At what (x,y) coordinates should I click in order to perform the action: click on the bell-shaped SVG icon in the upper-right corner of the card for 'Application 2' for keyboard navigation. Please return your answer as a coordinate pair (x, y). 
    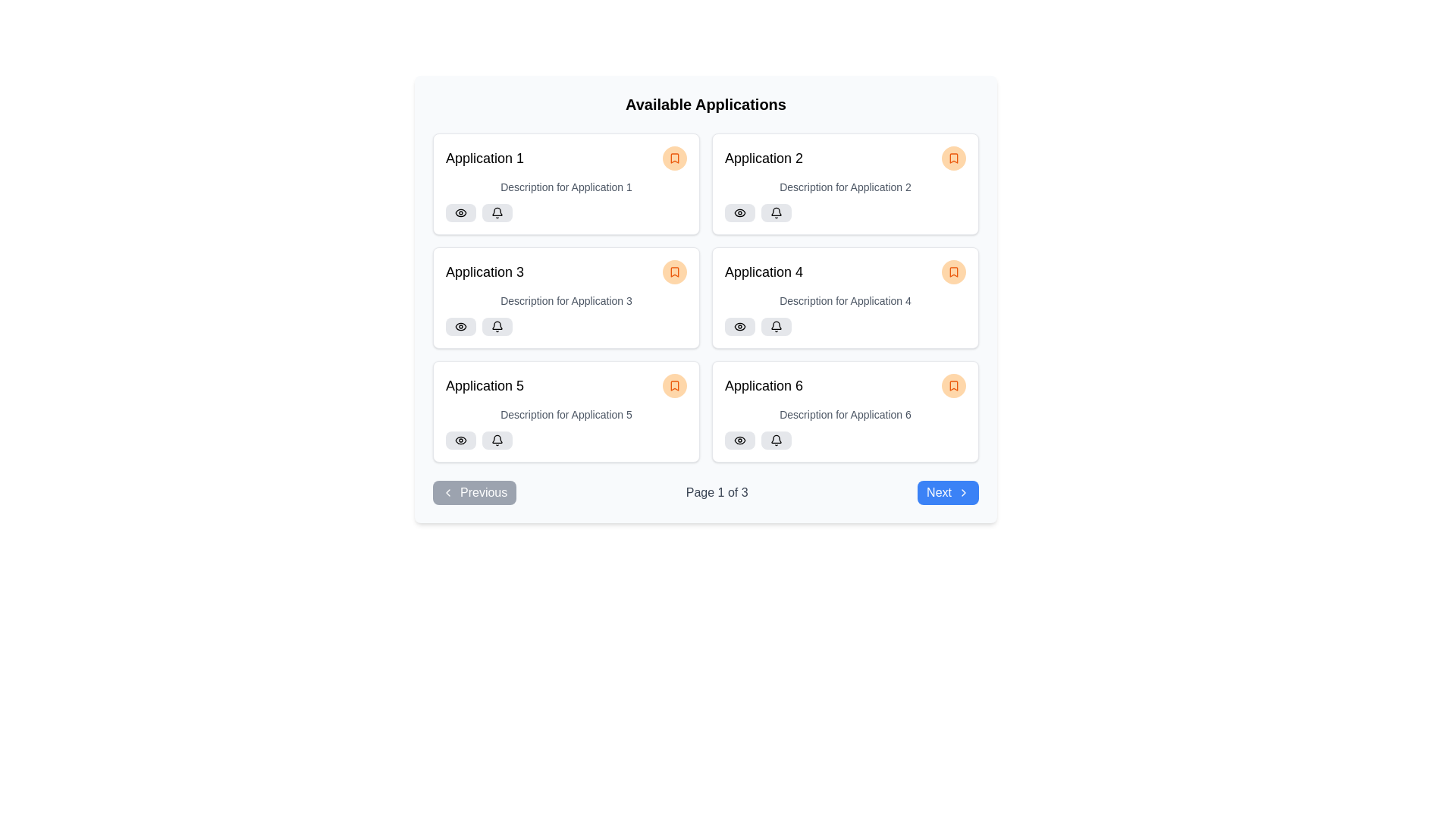
    Looking at the image, I should click on (776, 213).